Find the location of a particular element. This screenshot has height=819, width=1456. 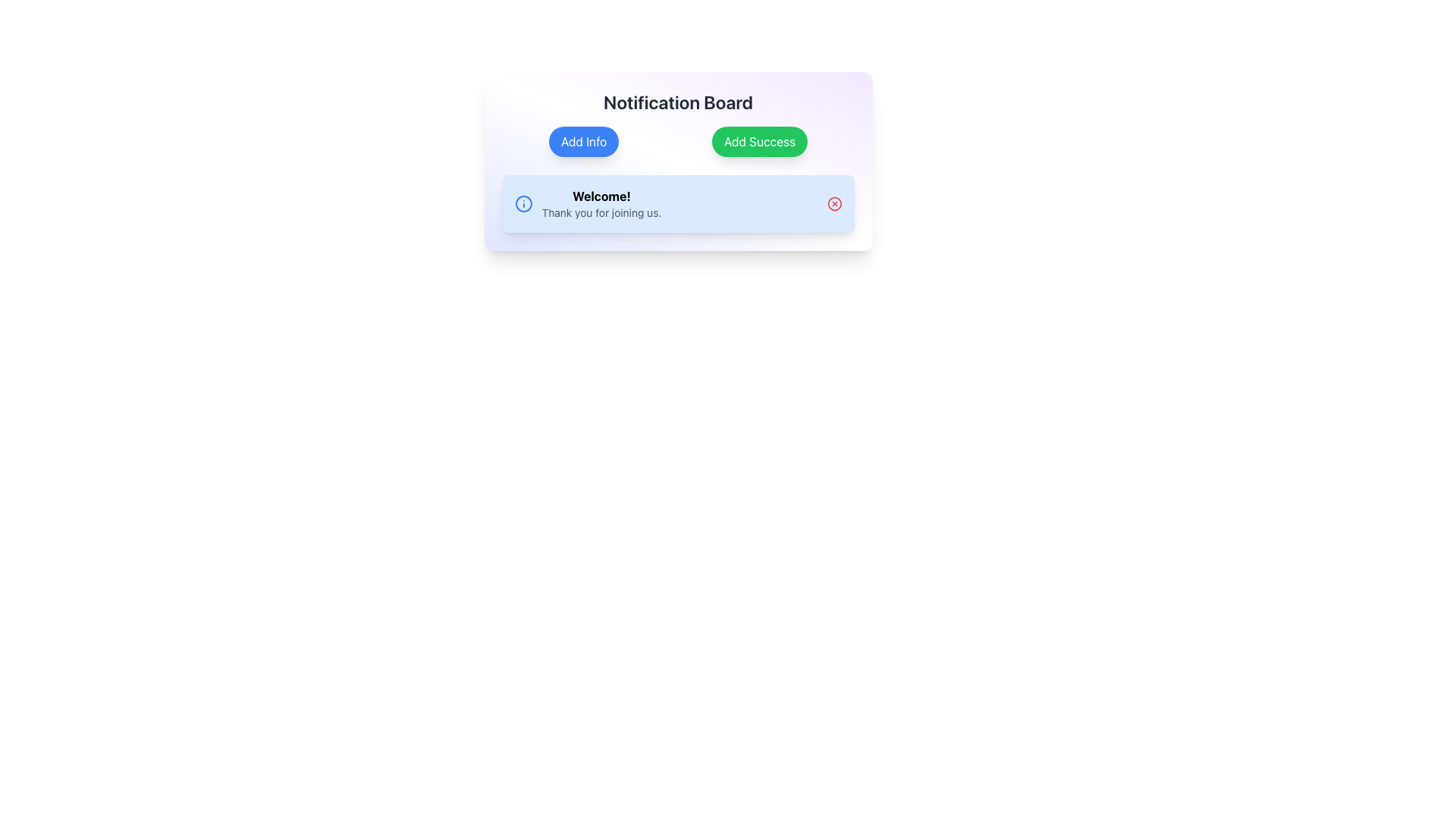

the leftmost button under the 'Notification Board' section is located at coordinates (583, 141).